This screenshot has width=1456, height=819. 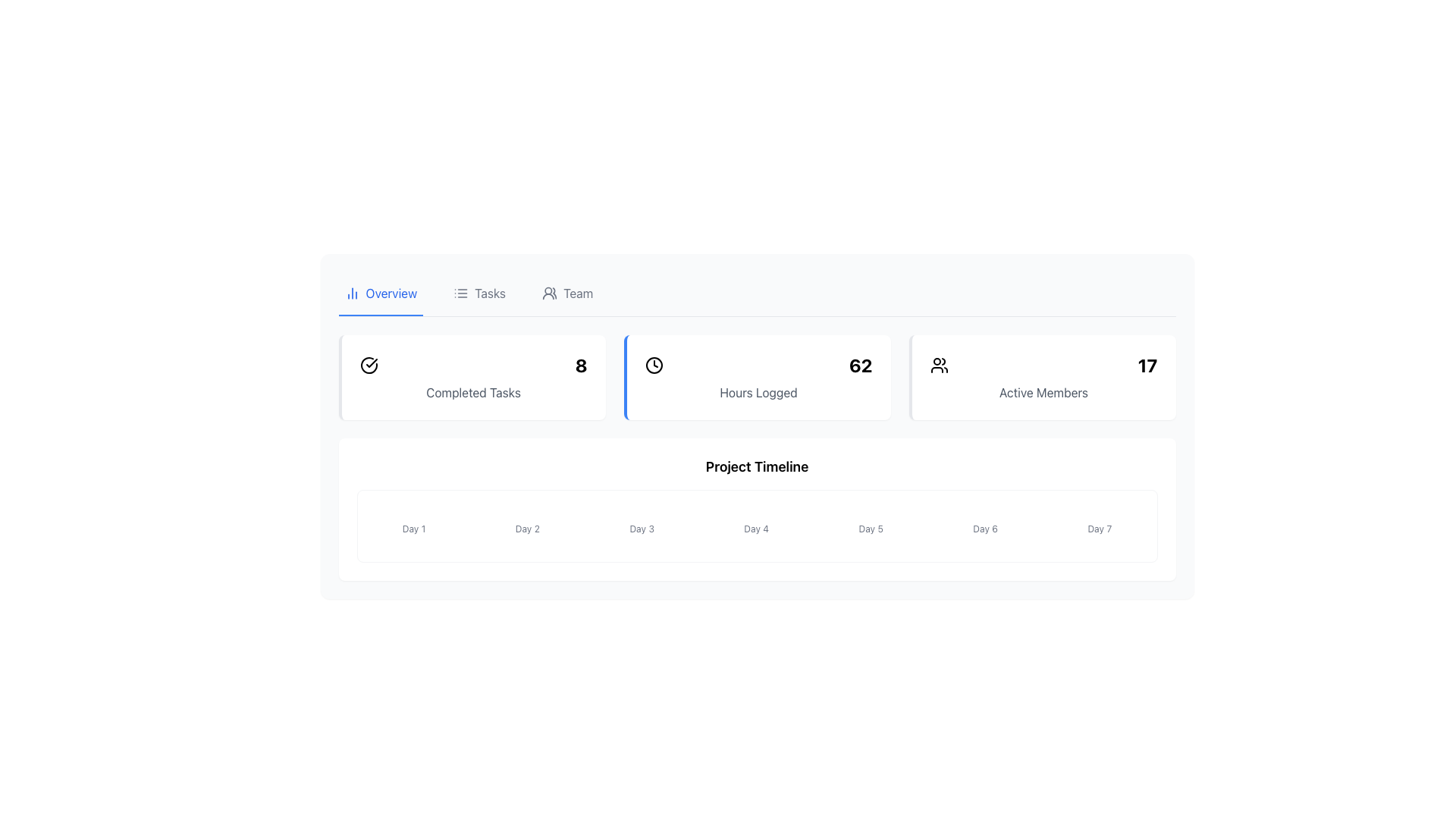 I want to click on the Information display card that shows the logged hours of '62', positioned in the second column of the top row in a three-column grid layout, so click(x=757, y=376).